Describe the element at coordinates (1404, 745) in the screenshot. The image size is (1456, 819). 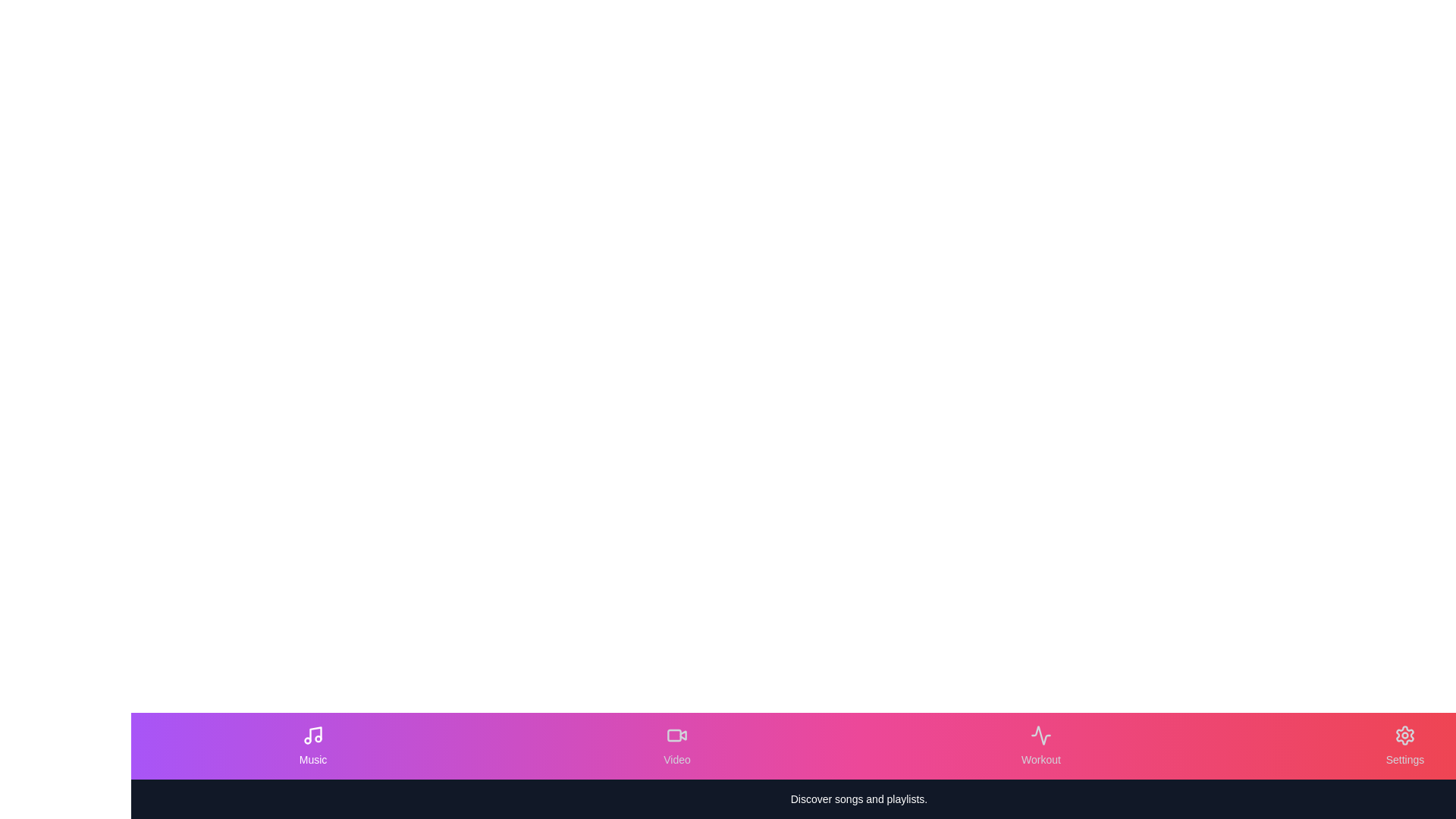
I see `the Settings tab to view its tooltip` at that location.